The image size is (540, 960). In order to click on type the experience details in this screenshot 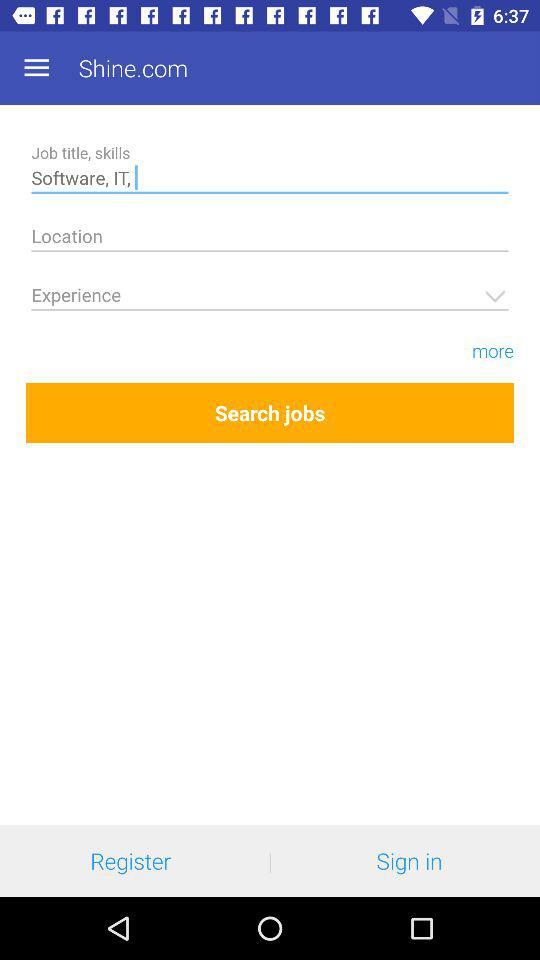, I will do `click(270, 297)`.